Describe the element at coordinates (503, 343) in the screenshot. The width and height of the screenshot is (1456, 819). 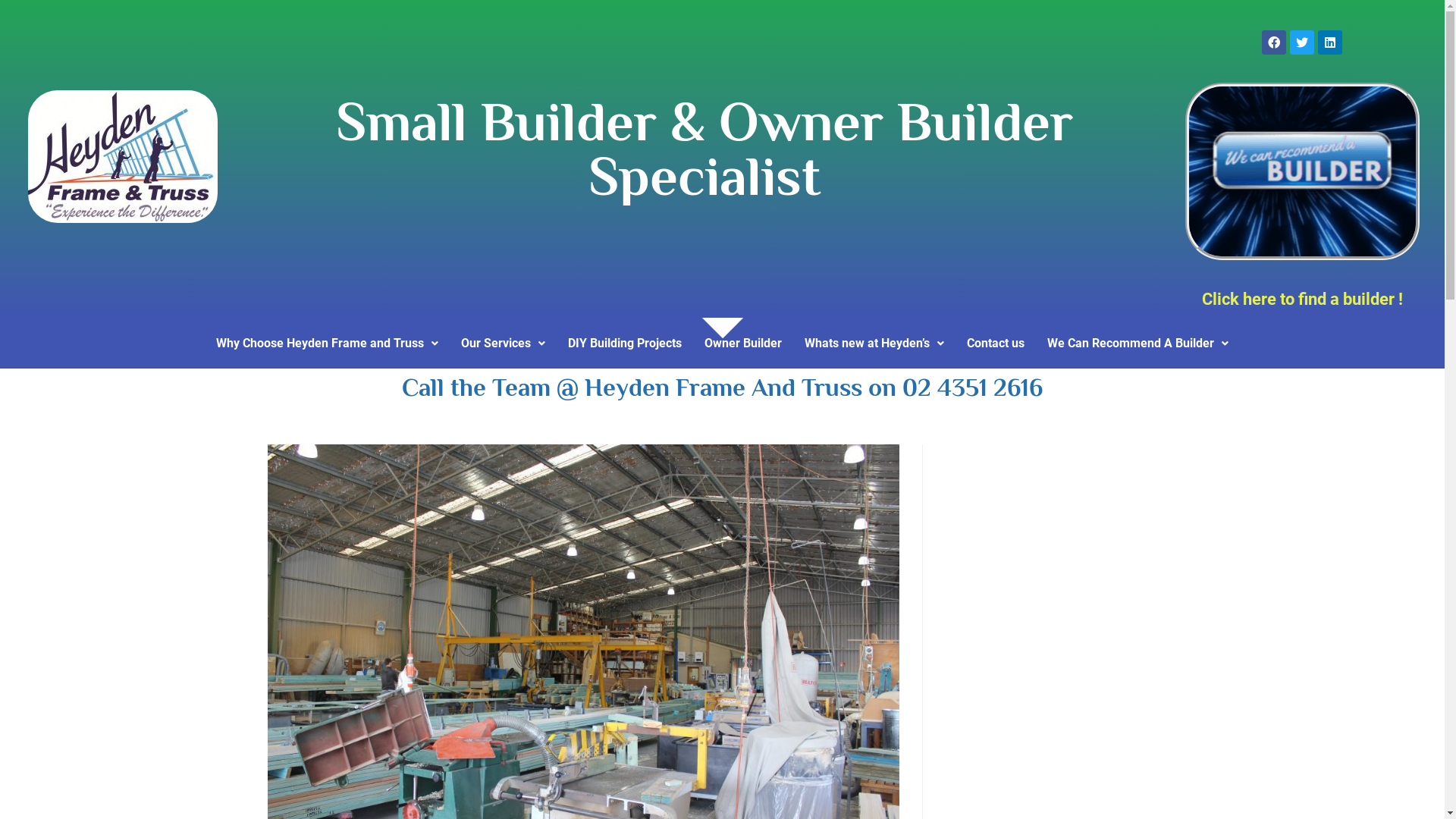
I see `'Our Services'` at that location.